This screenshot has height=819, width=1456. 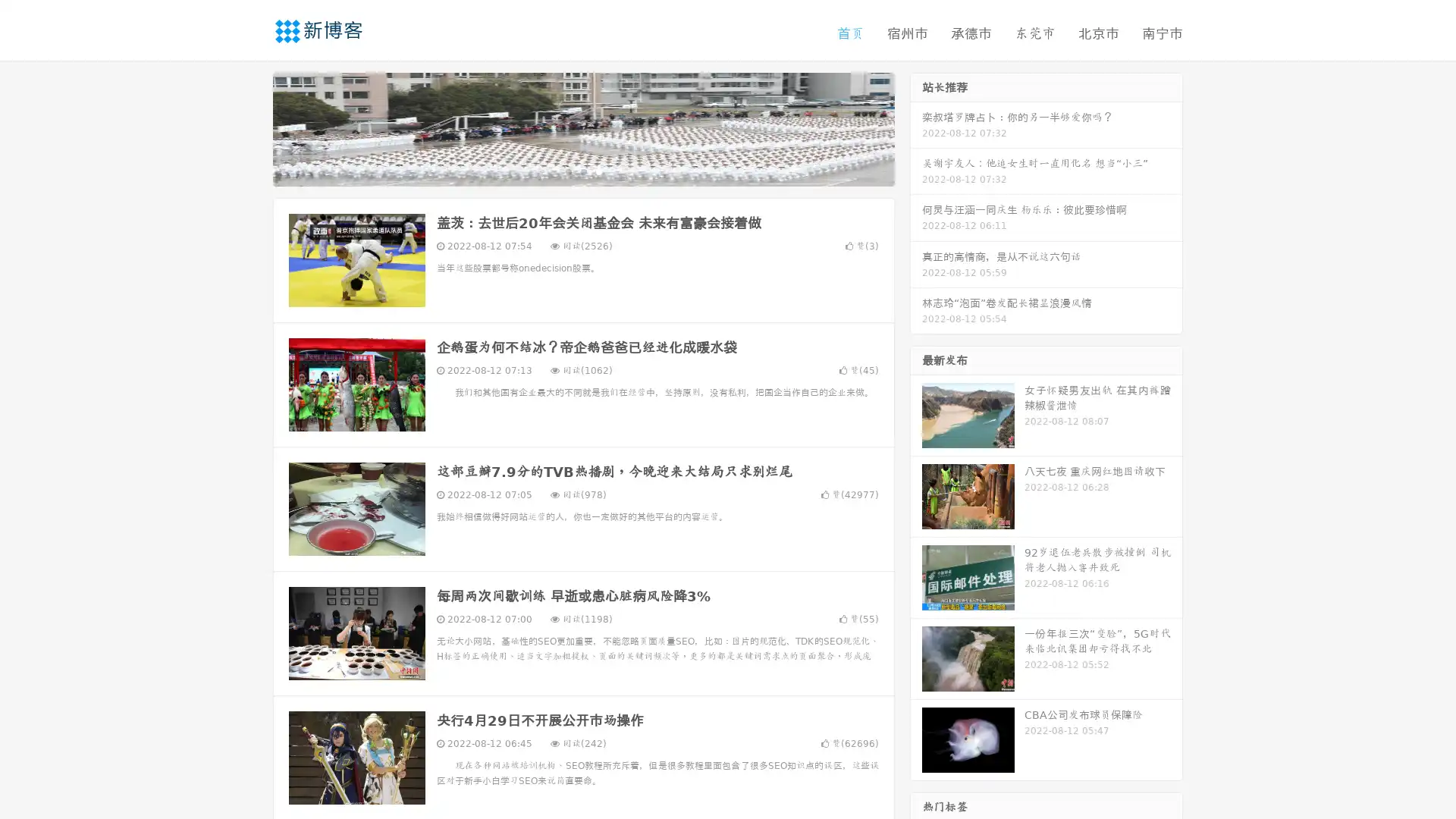 What do you see at coordinates (250, 127) in the screenshot?
I see `Previous slide` at bounding box center [250, 127].